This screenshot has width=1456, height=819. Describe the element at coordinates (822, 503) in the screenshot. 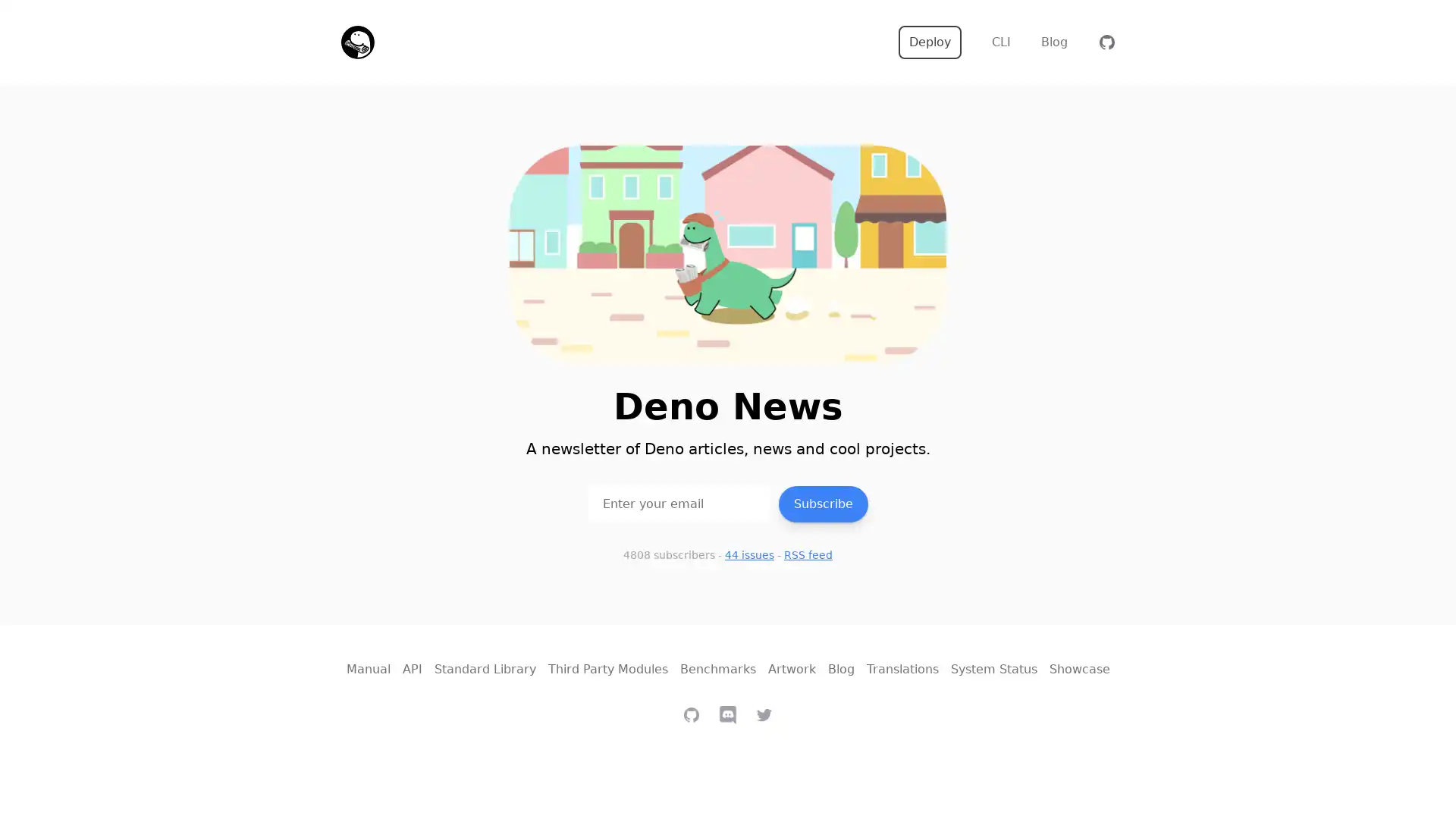

I see `Subscribe` at that location.